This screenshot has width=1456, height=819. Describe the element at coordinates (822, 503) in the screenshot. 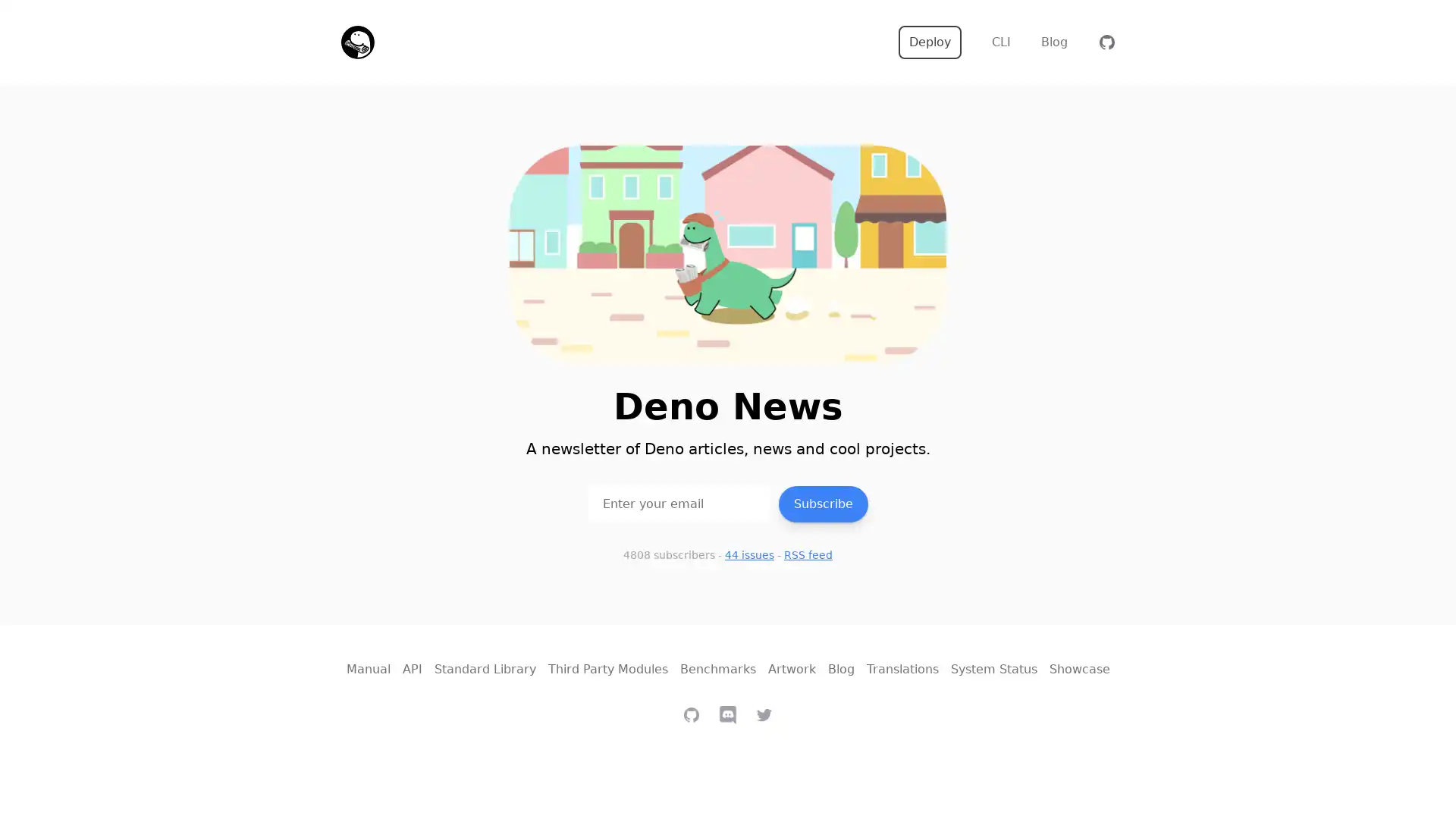

I see `Subscribe` at that location.